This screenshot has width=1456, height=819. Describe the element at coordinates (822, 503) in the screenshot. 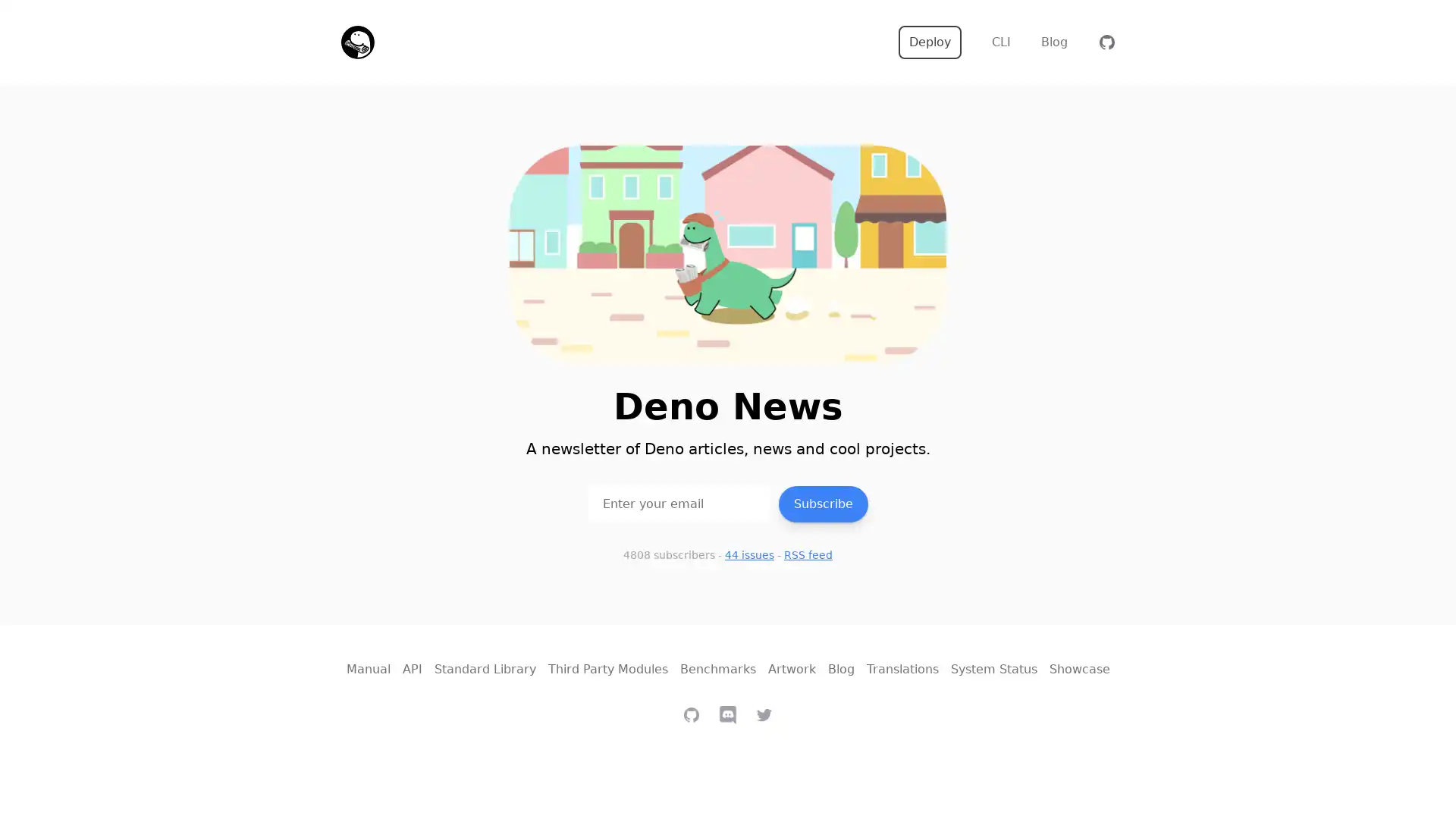

I see `Subscribe` at that location.